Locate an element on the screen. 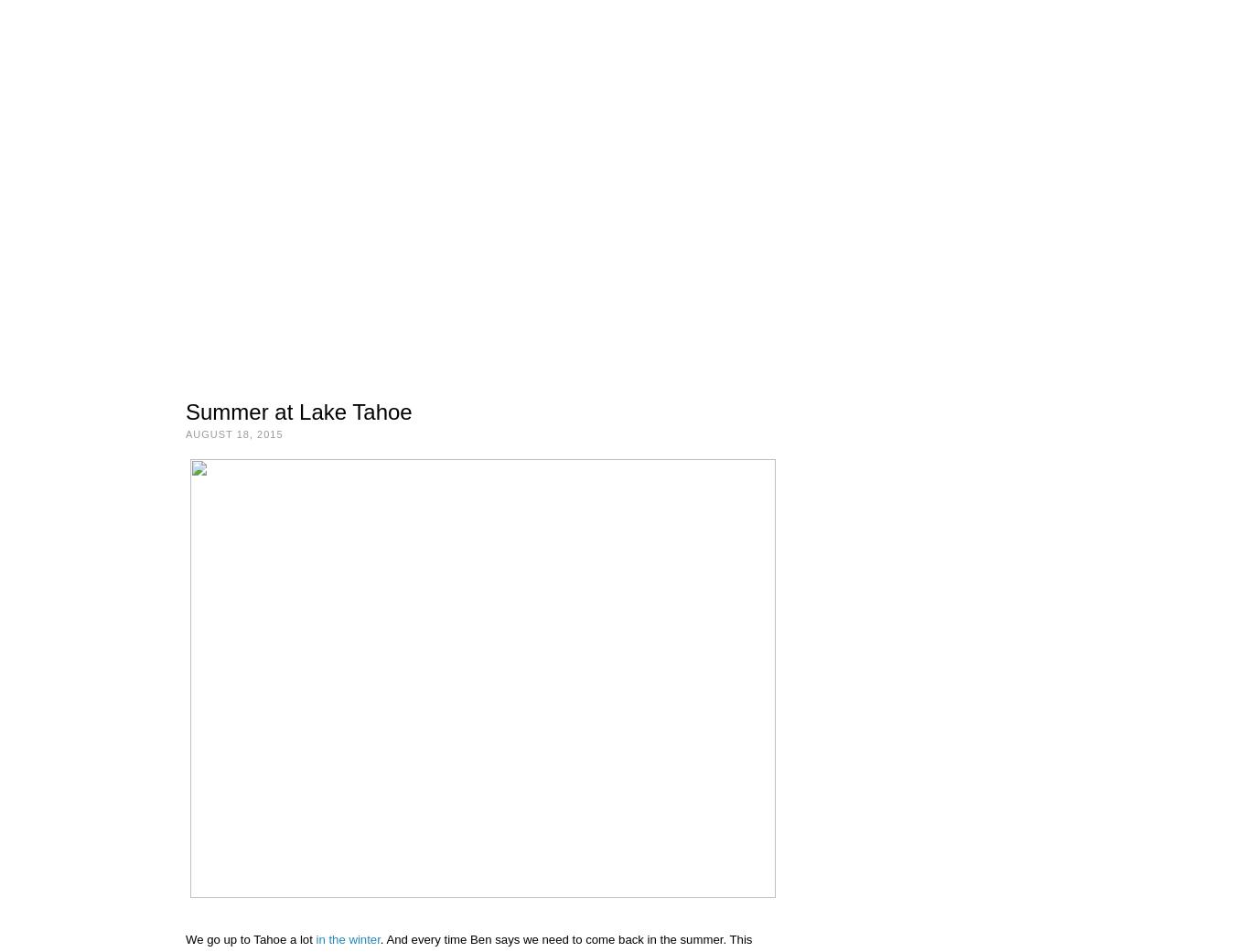  'Photos' is located at coordinates (249, 316).